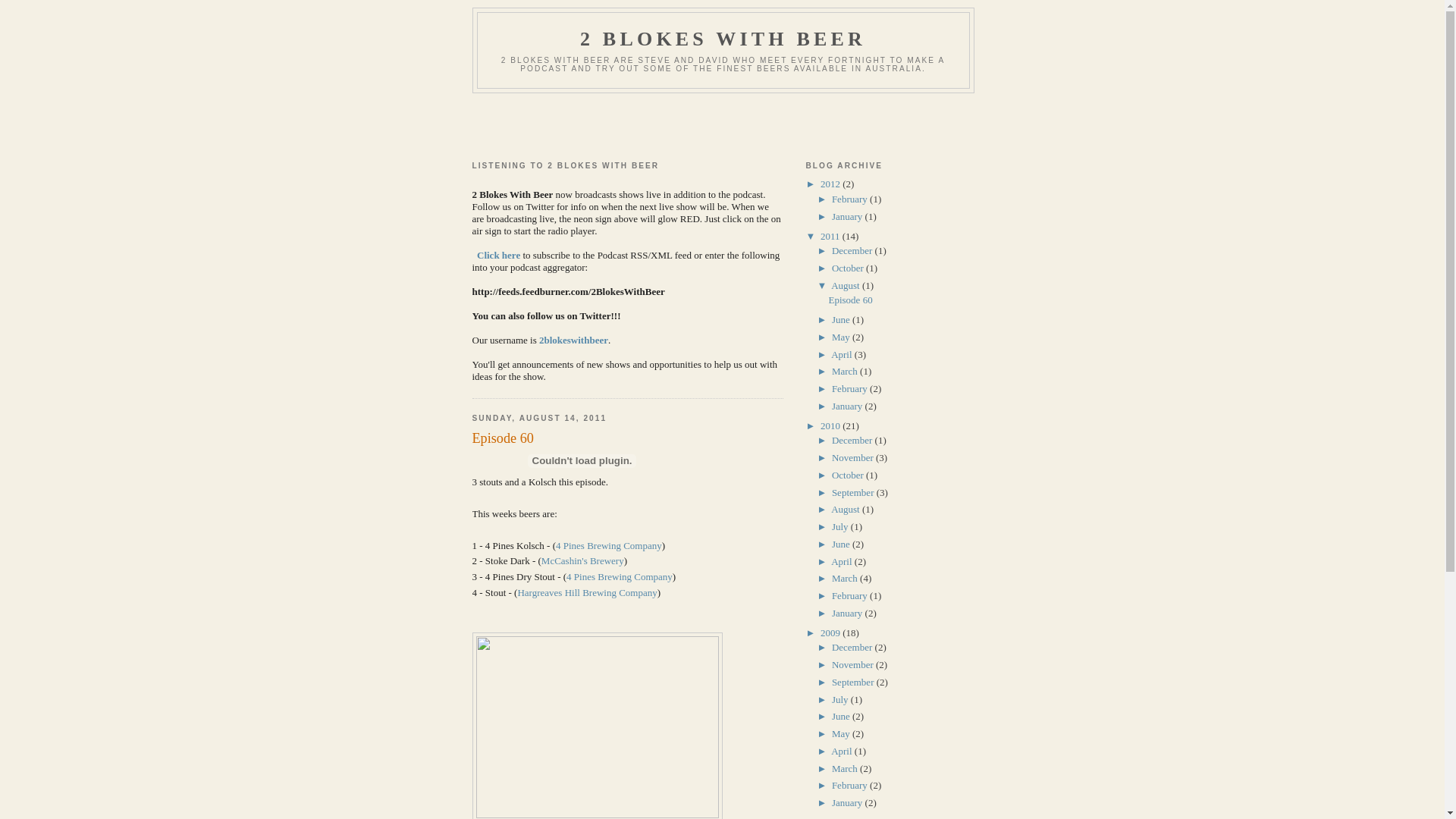  I want to click on 'October', so click(848, 267).